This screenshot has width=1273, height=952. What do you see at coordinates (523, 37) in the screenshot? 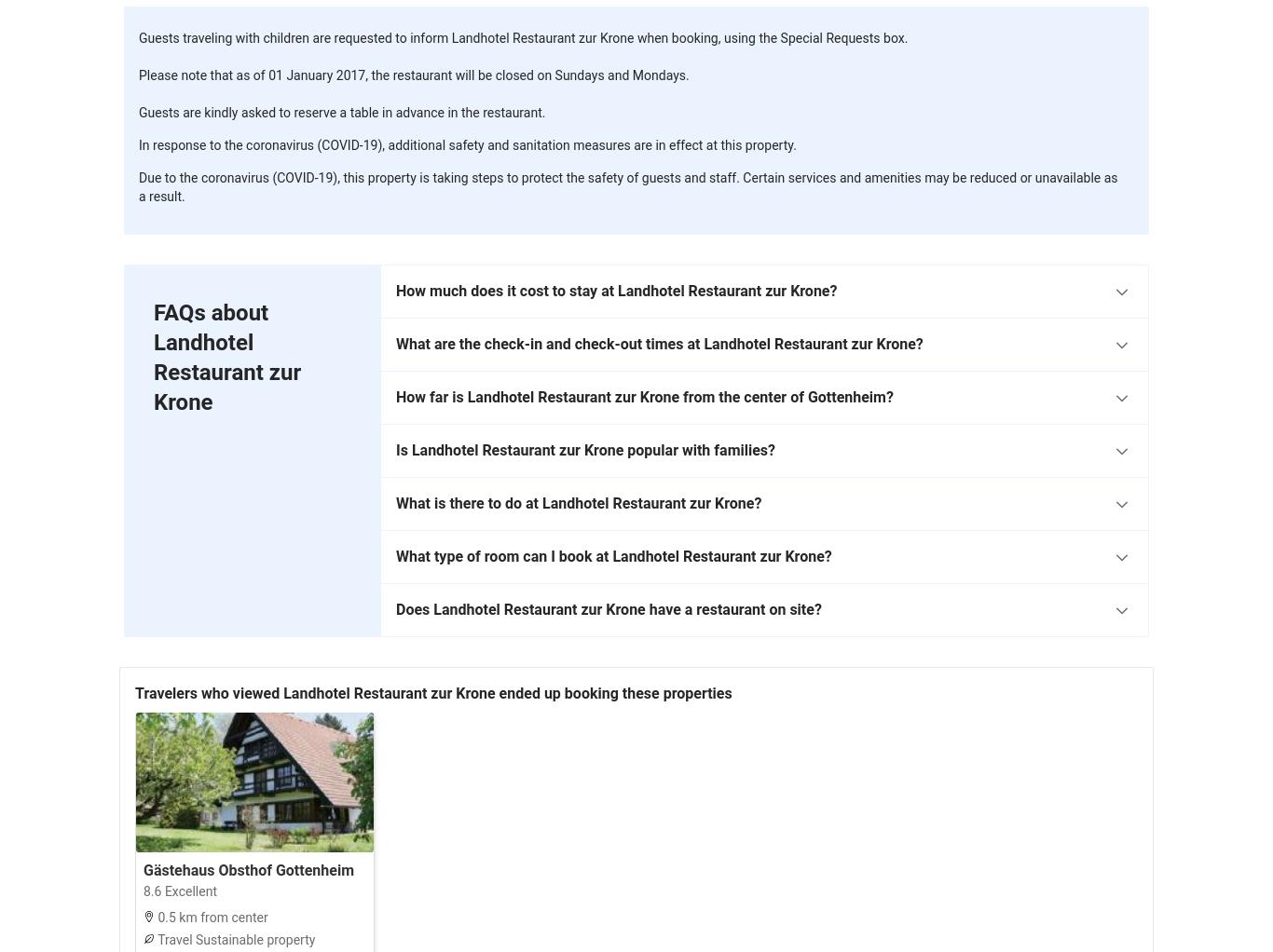
I see `'Guests traveling with children are requested to inform Landhotel Restaurant zur Krone when booking, using the Special Requests box.'` at bounding box center [523, 37].